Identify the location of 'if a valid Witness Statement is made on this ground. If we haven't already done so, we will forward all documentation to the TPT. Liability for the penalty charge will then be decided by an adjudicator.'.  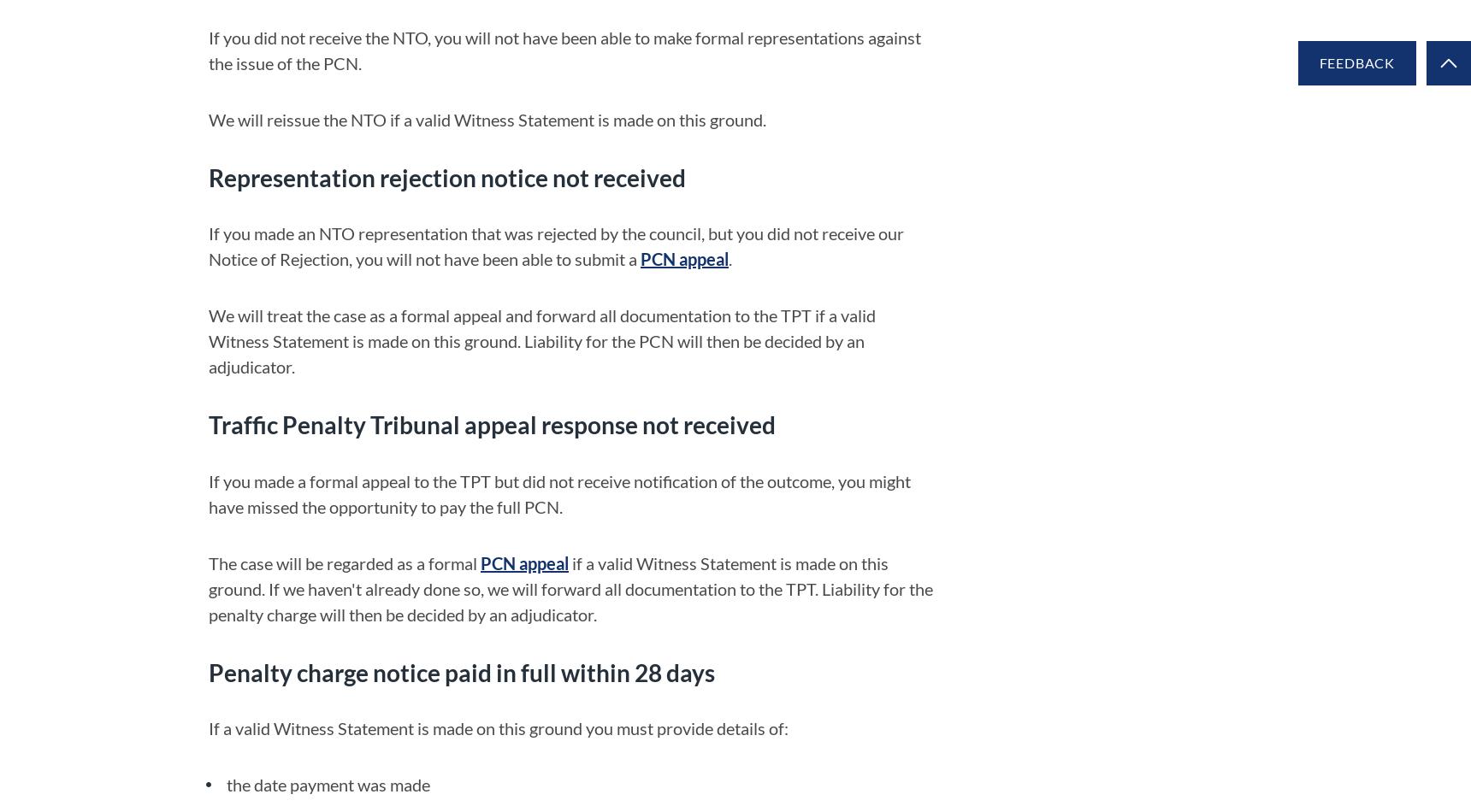
(570, 587).